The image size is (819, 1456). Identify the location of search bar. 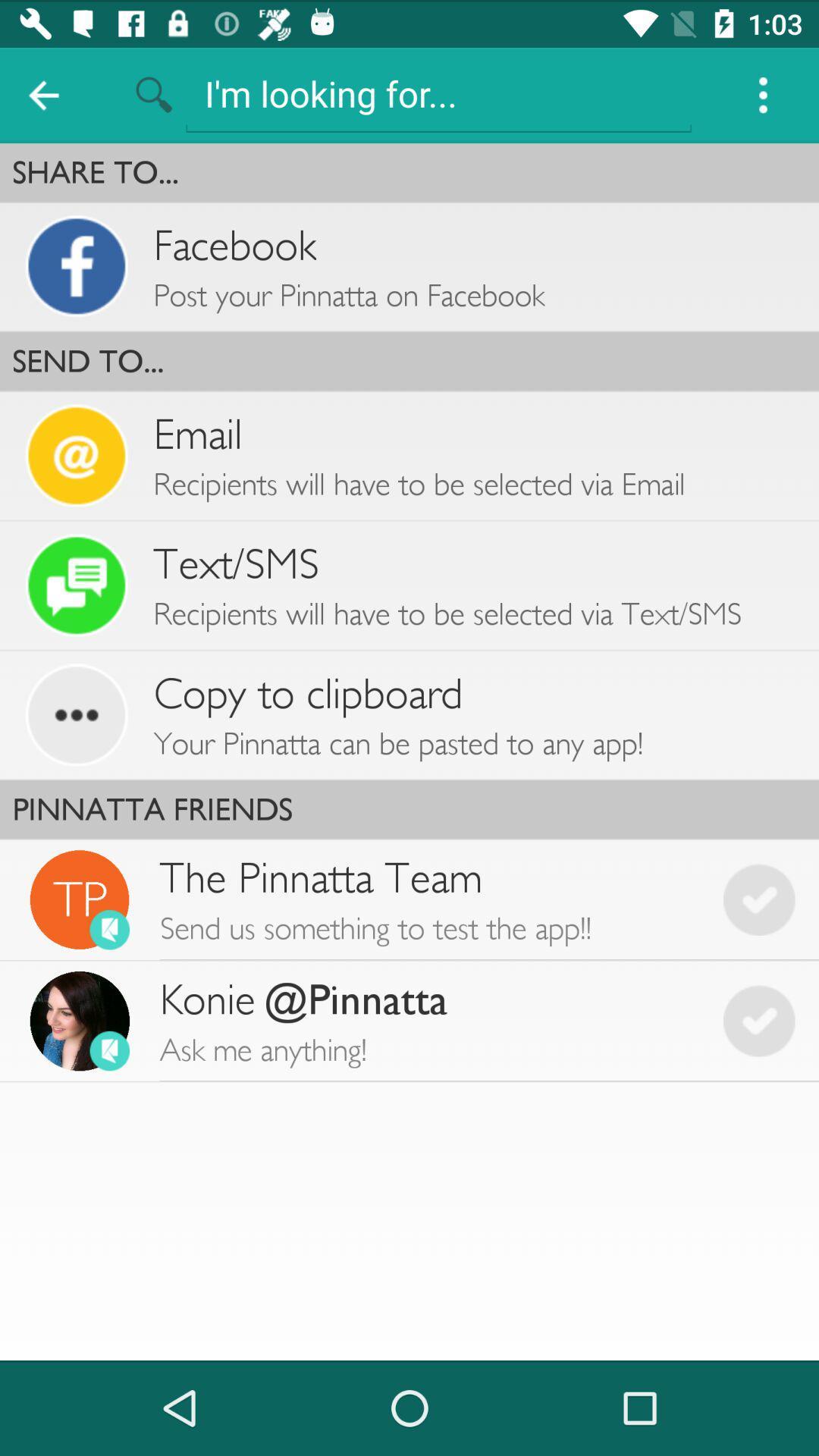
(438, 93).